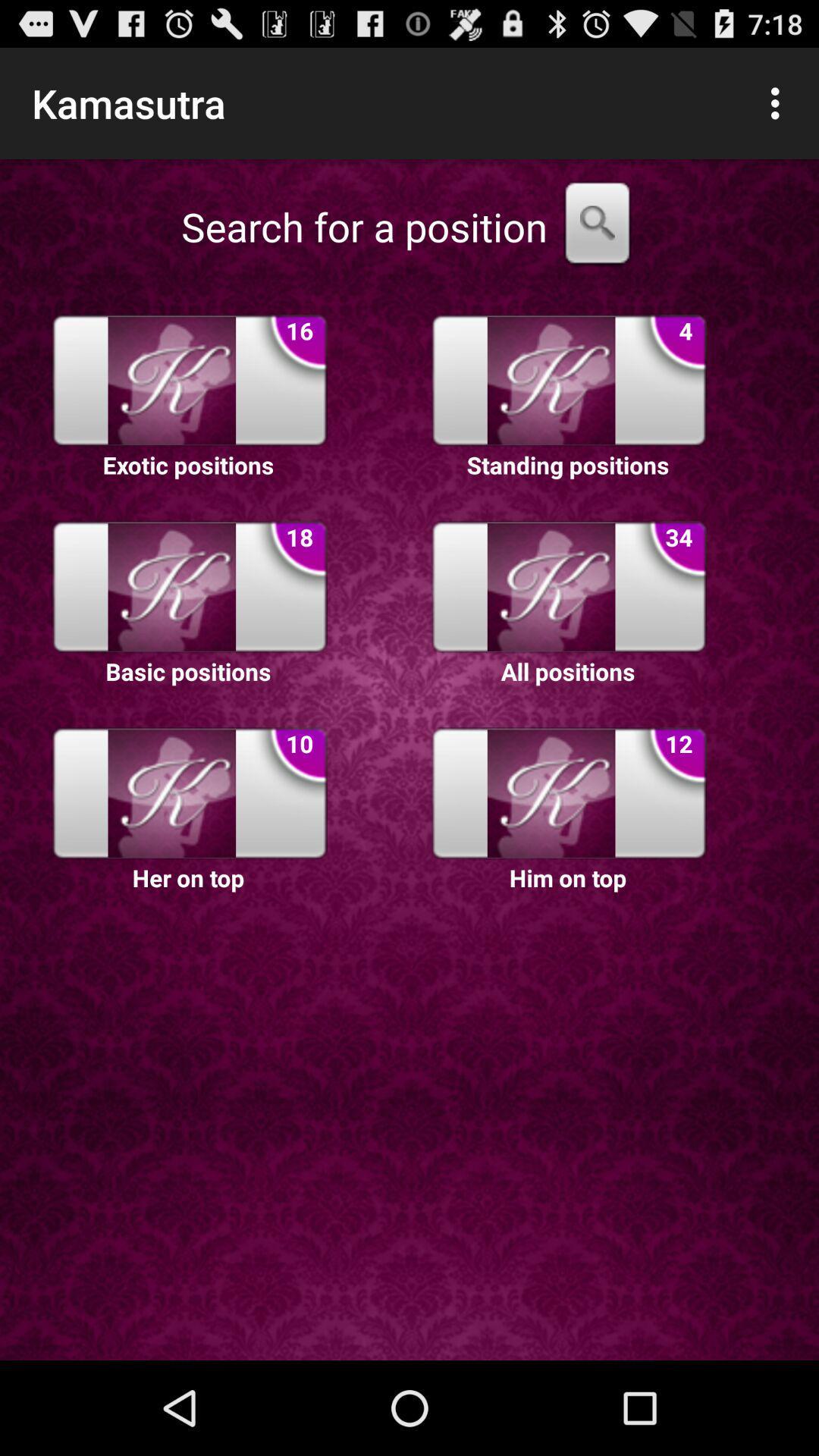 The width and height of the screenshot is (819, 1456). Describe the element at coordinates (779, 102) in the screenshot. I see `app next to the kamasutra icon` at that location.